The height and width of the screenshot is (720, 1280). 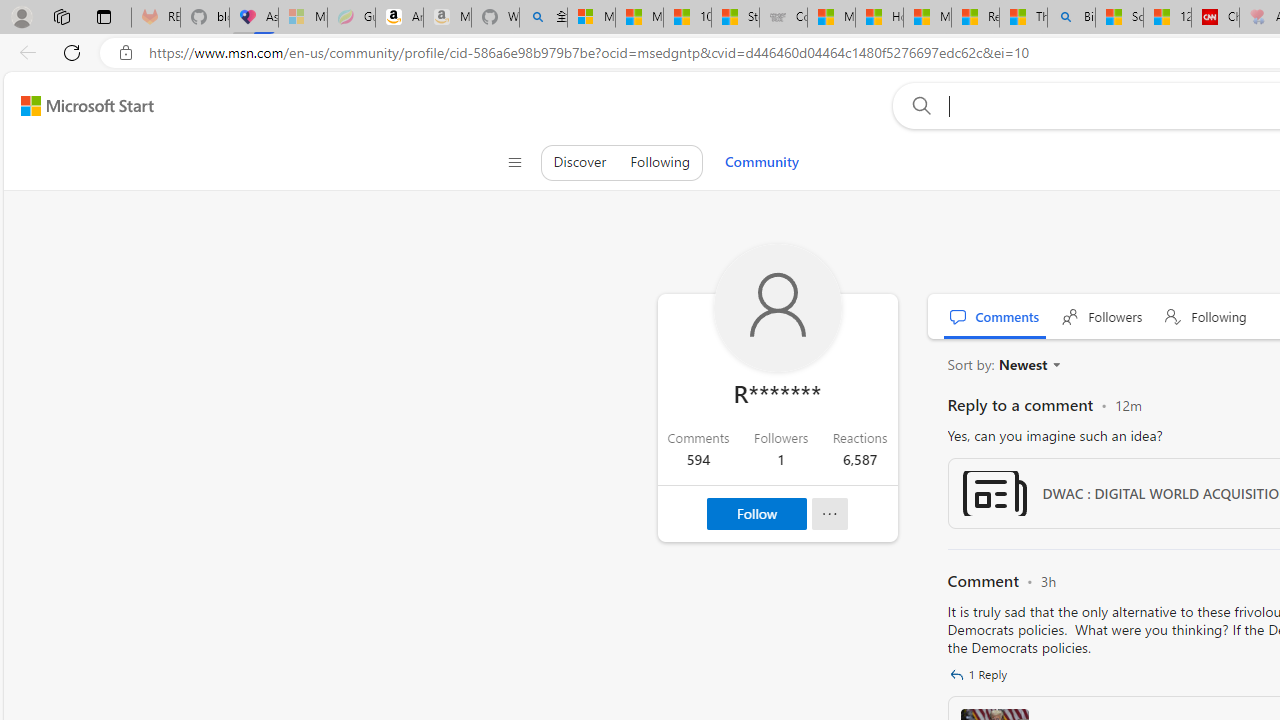 I want to click on ' Comments', so click(x=995, y=315).